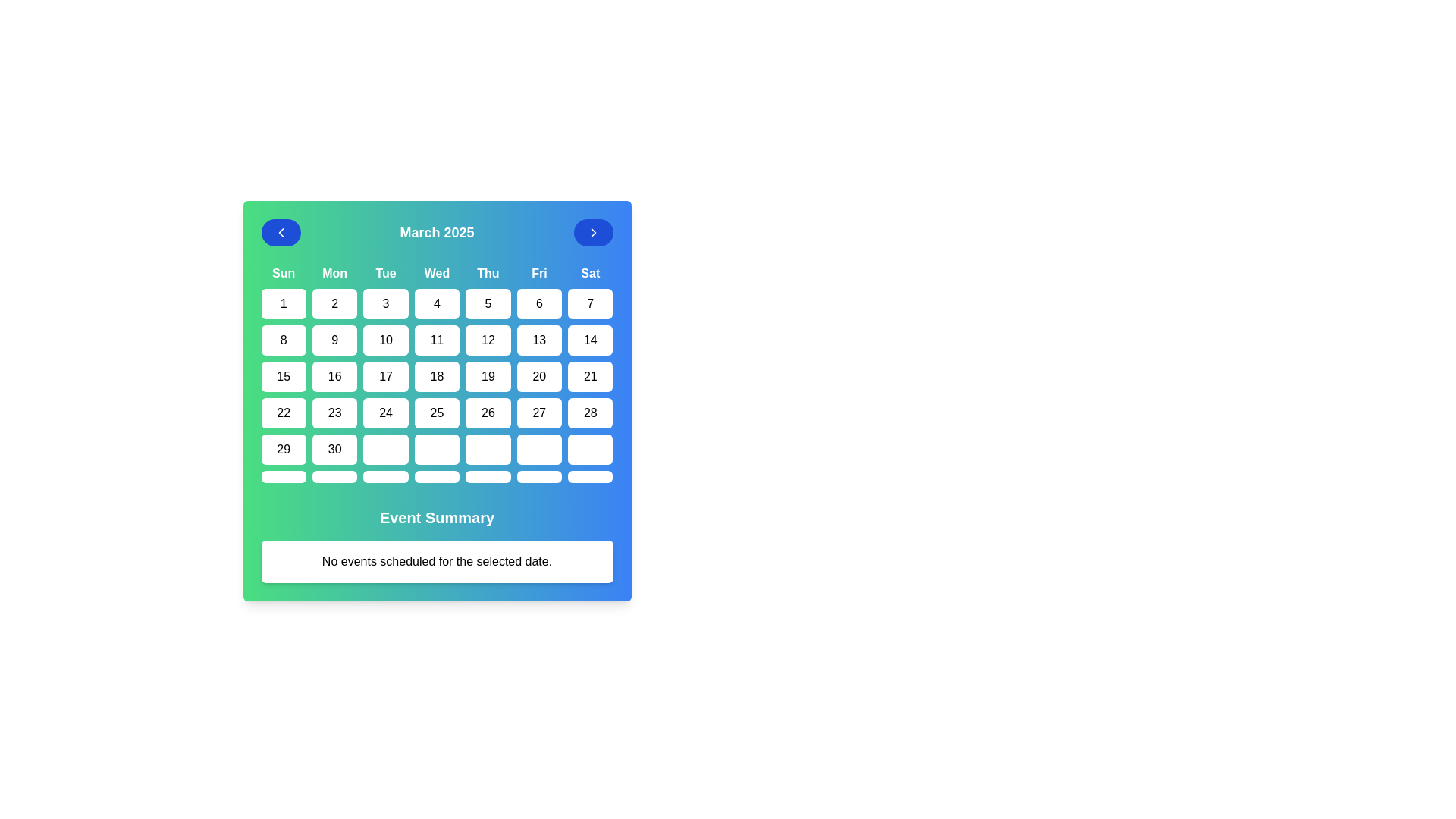 The width and height of the screenshot is (1456, 819). Describe the element at coordinates (334, 449) in the screenshot. I see `the button representing the date 30 in the calendar view to activate it` at that location.